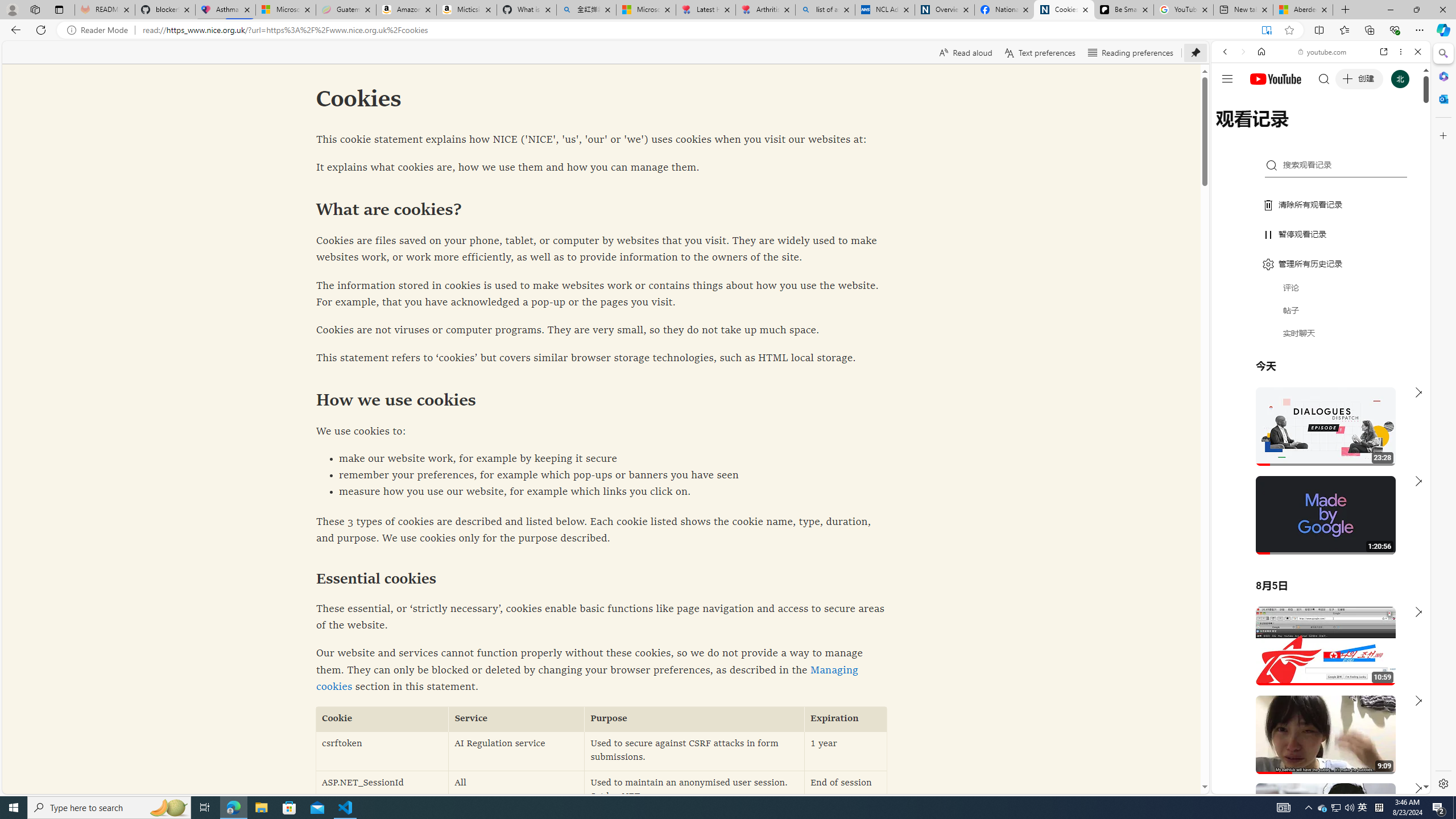  Describe the element at coordinates (382, 791) in the screenshot. I see `'ASP.NET_SessionId'` at that location.